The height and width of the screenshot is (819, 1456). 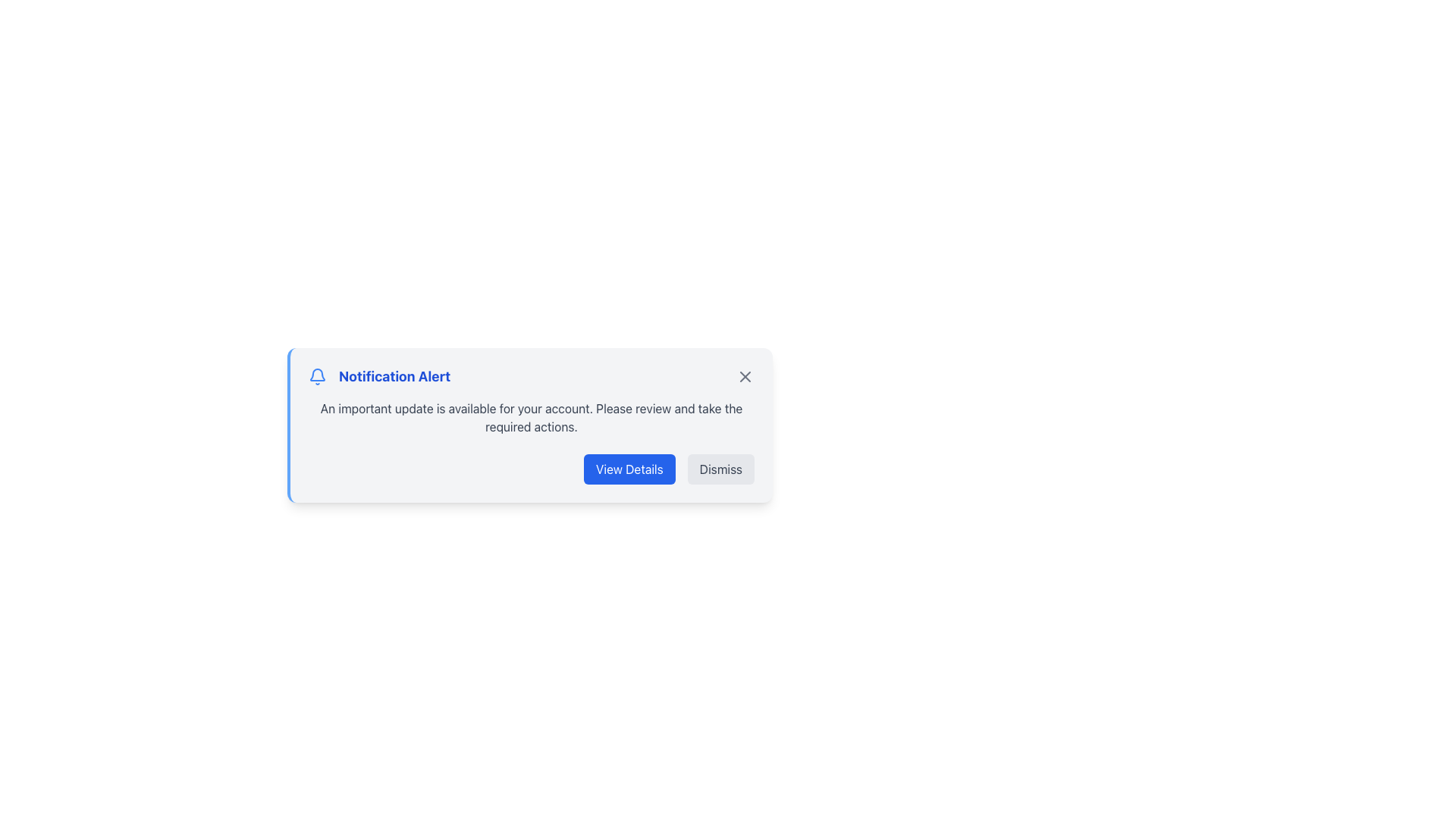 What do you see at coordinates (379, 376) in the screenshot?
I see `the 'Notification Alert' text label, which is styled in bold and large blue font, positioned next to a bell icon within a notification box` at bounding box center [379, 376].